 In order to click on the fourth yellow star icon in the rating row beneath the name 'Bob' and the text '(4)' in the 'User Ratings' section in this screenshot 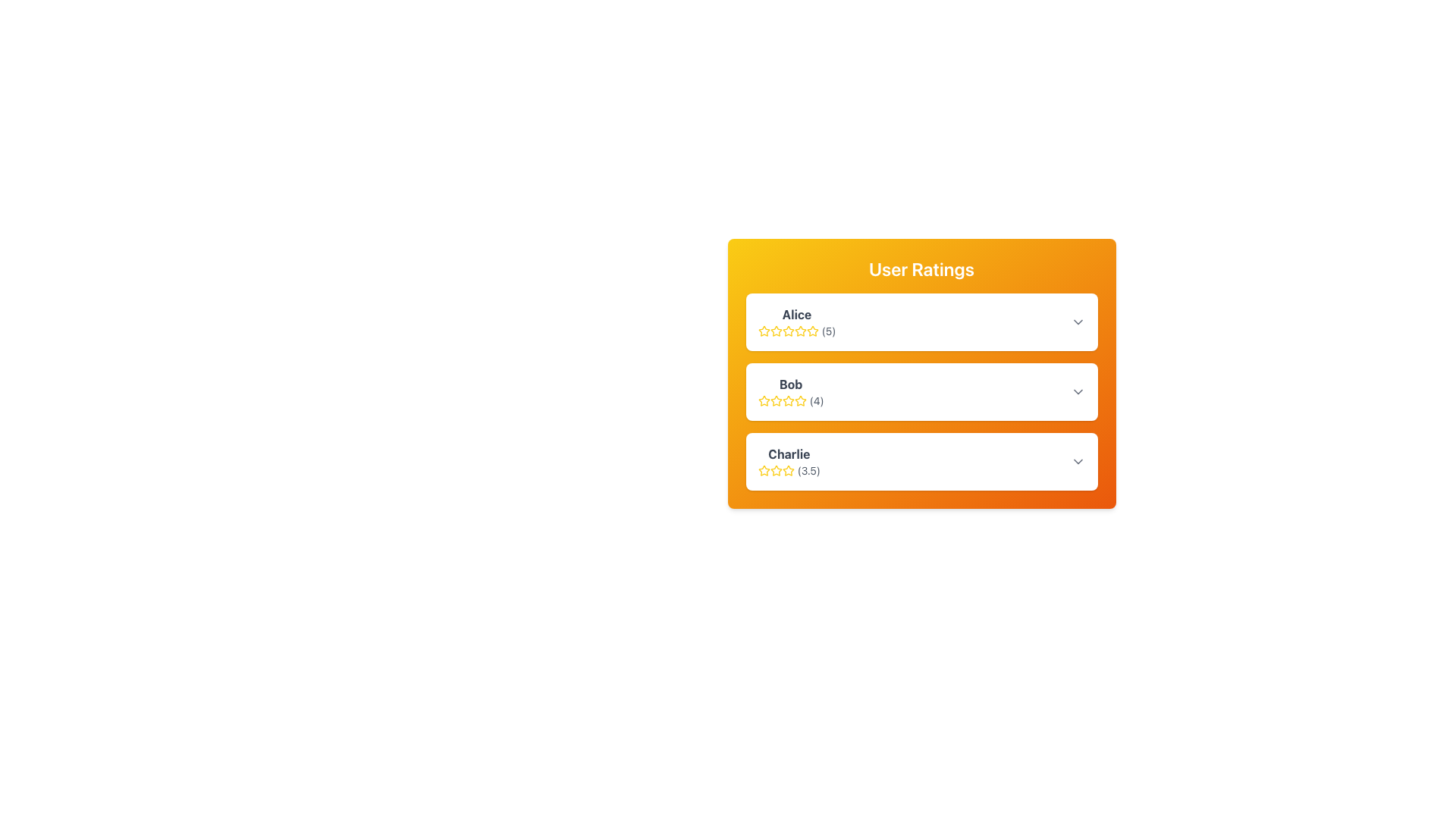, I will do `click(788, 400)`.